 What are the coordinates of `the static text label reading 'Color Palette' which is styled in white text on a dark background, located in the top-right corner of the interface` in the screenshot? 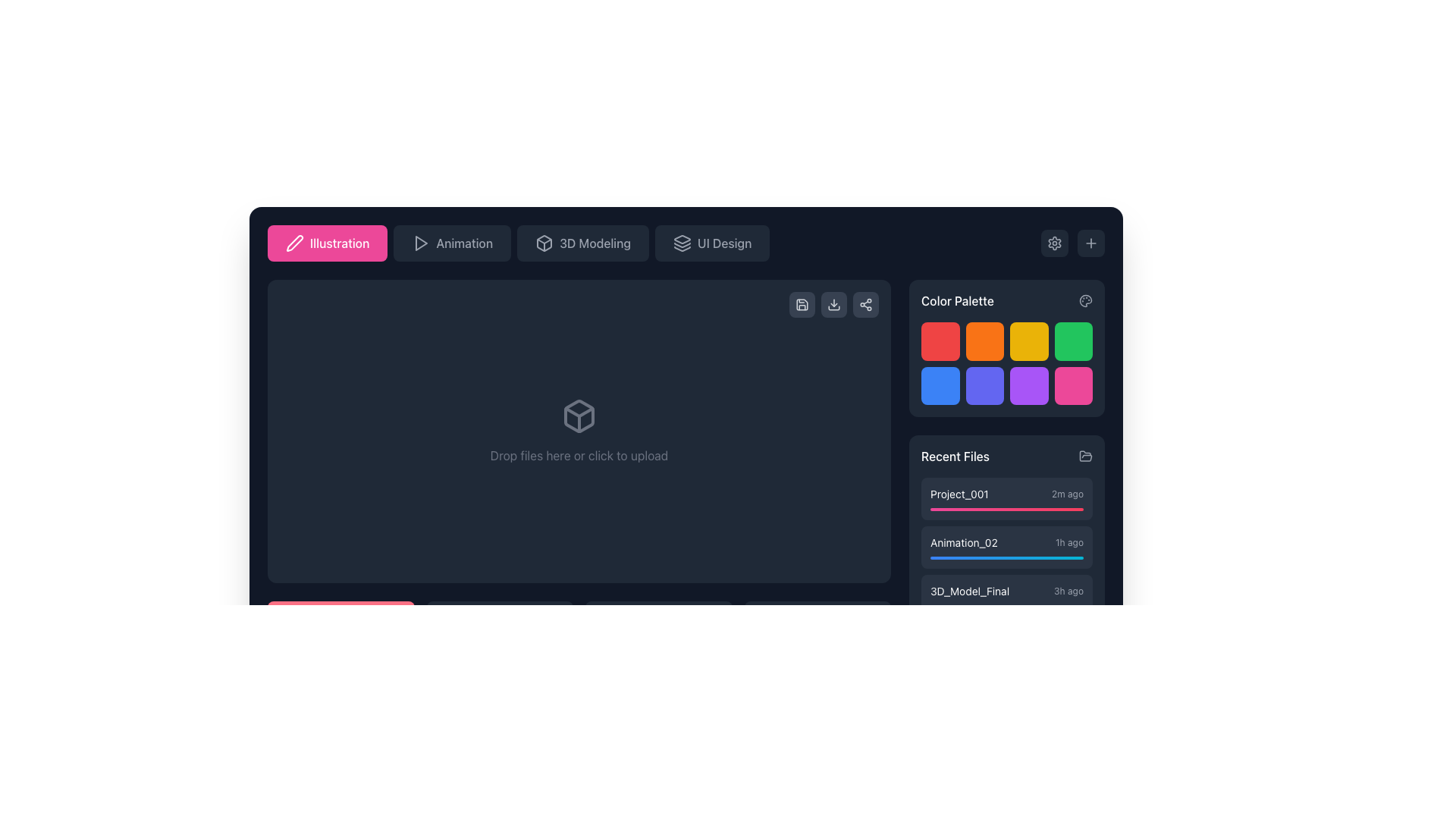 It's located at (956, 301).